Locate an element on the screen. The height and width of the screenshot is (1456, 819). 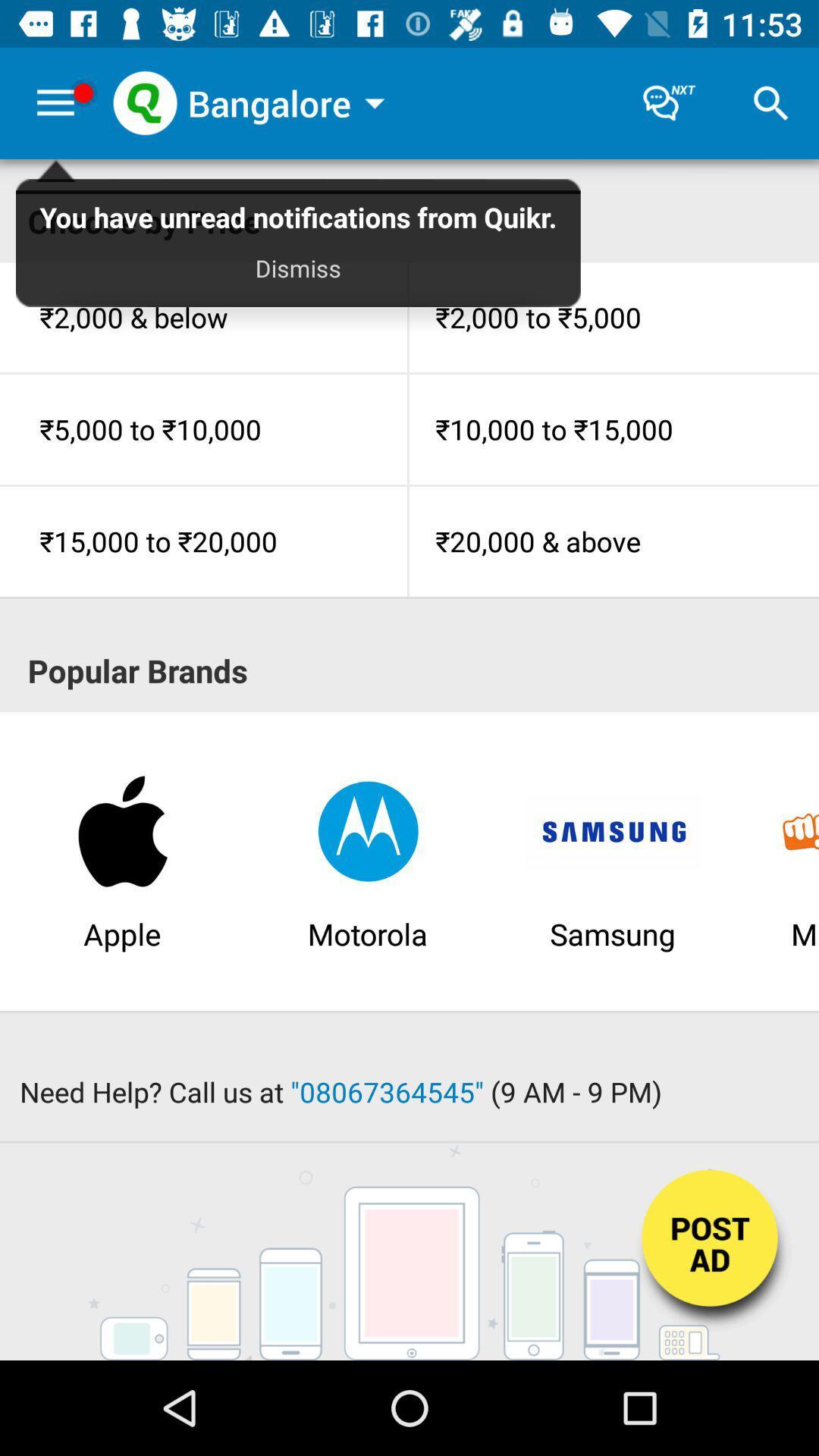
post ad is located at coordinates (711, 1253).